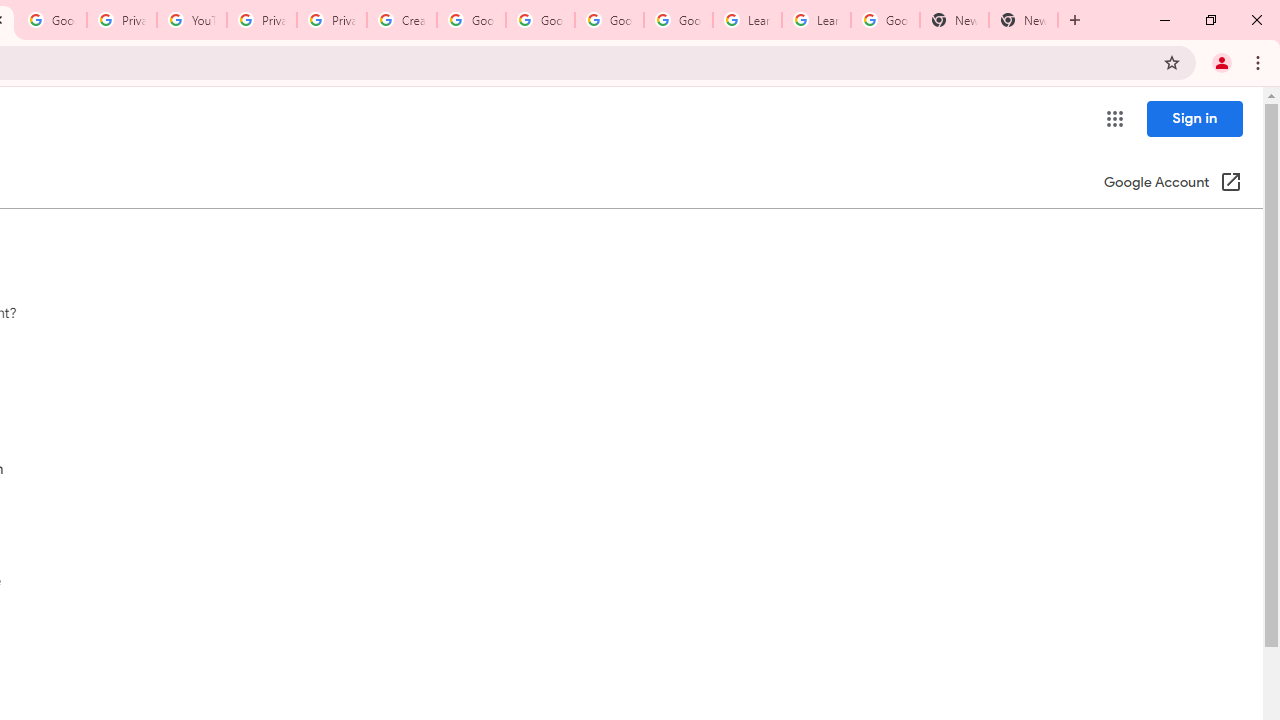 This screenshot has width=1280, height=720. I want to click on 'New Tab', so click(1024, 20).